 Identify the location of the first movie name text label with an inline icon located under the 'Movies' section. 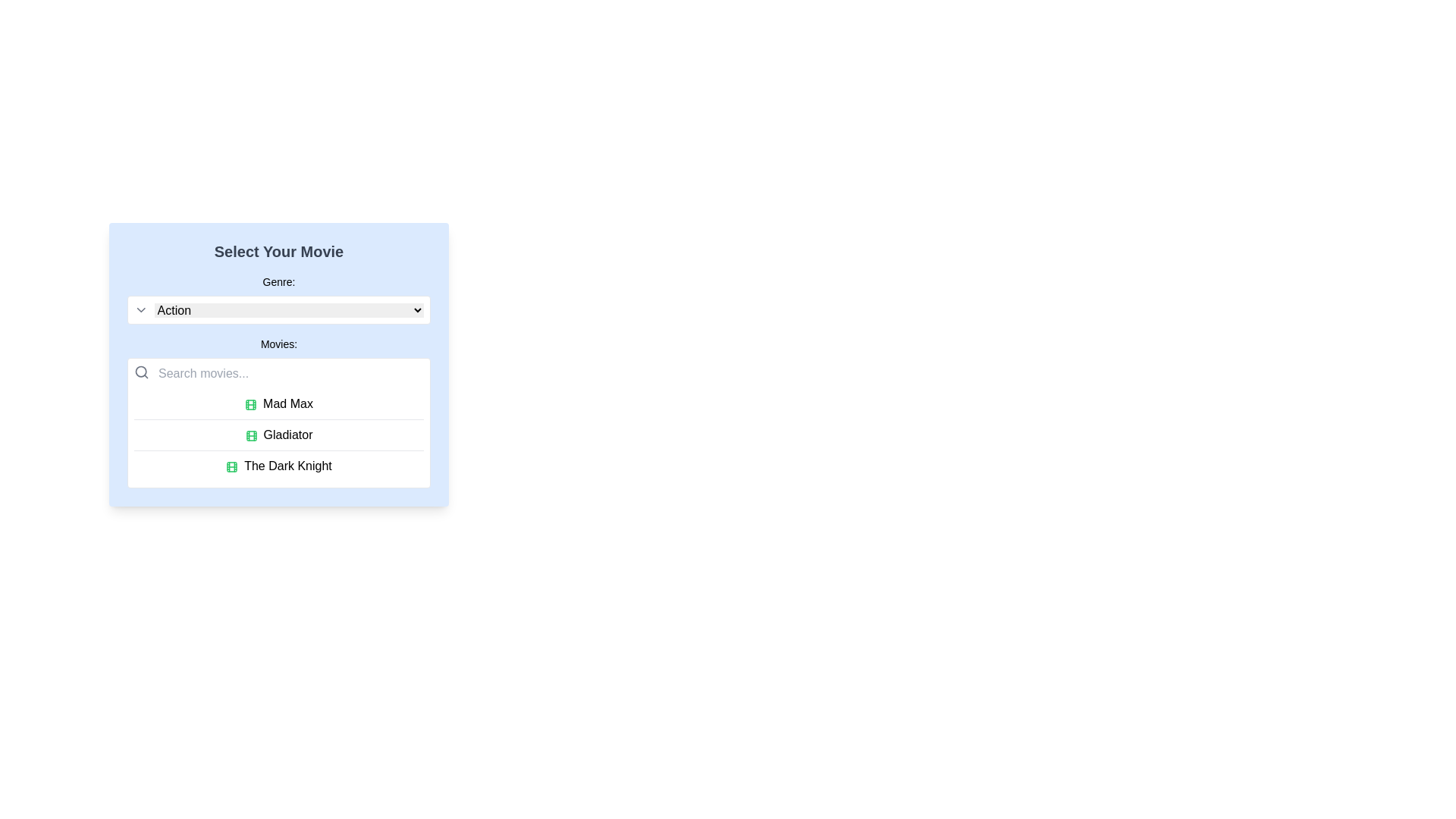
(279, 403).